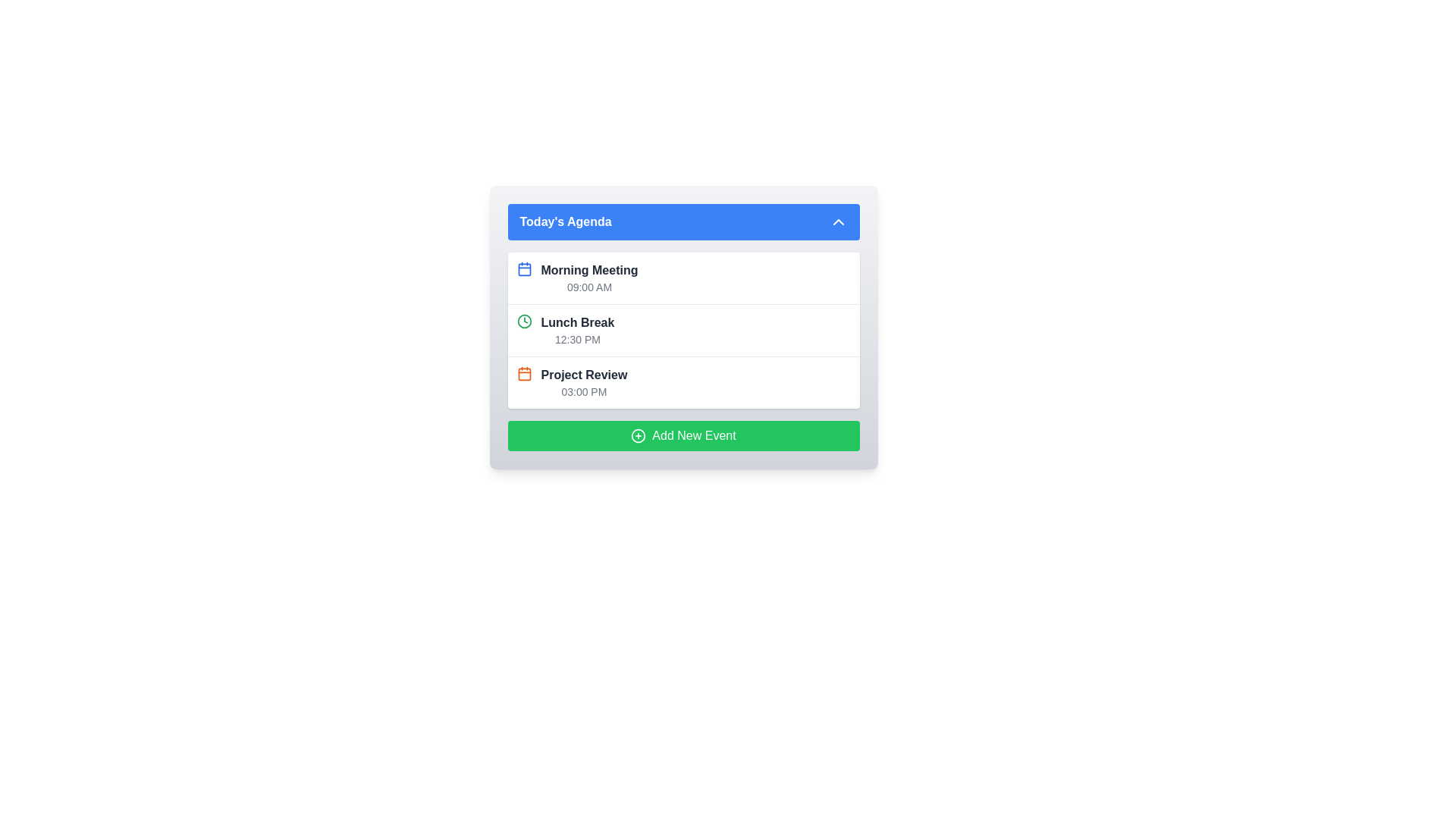 The height and width of the screenshot is (819, 1456). Describe the element at coordinates (524, 329) in the screenshot. I see `the circular green clock icon, which is the first visual component in the list item labeled 'Lunch Break 12:30 PM' within 'Today's Agenda'` at that location.